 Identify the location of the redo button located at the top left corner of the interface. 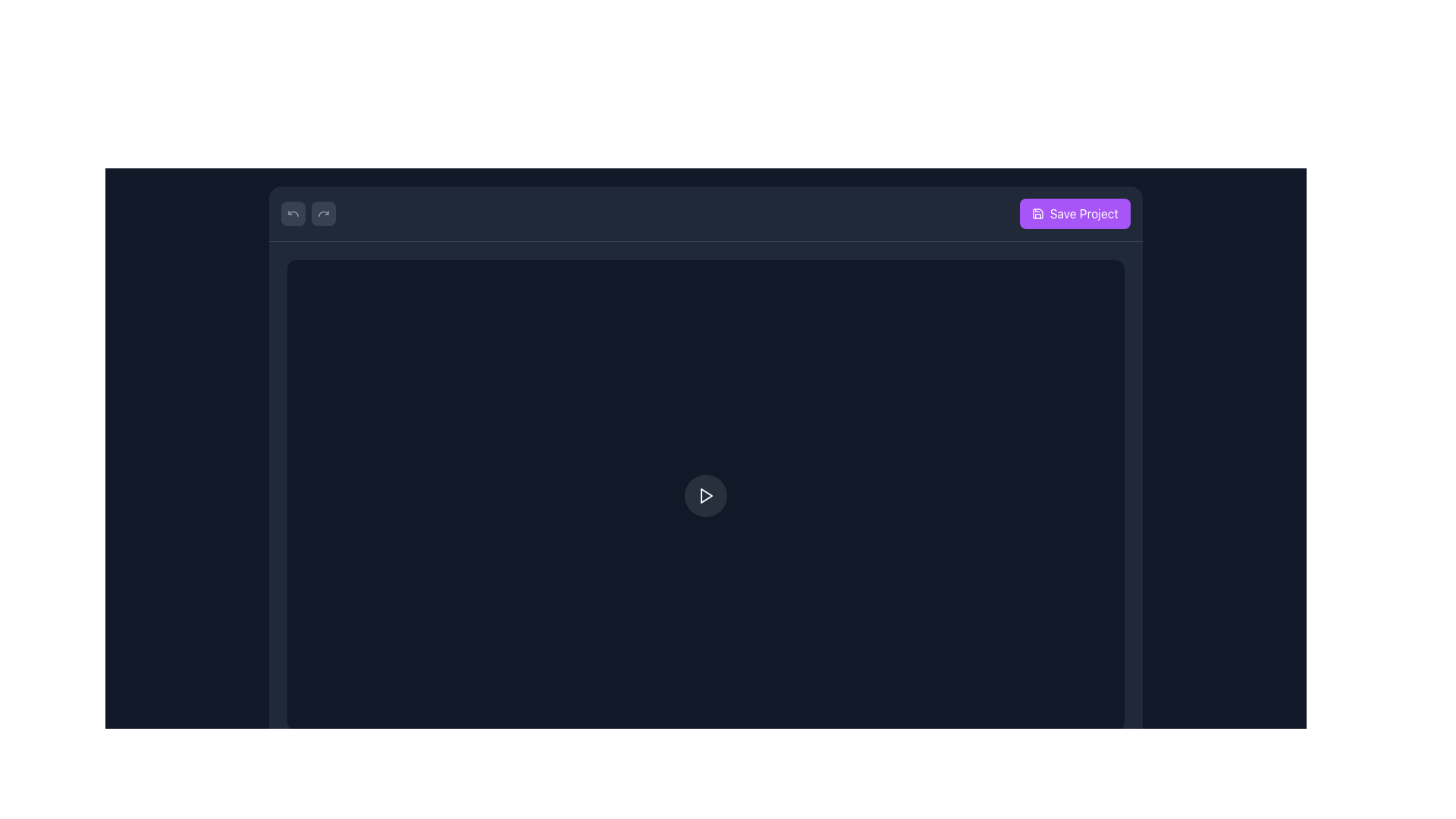
(323, 213).